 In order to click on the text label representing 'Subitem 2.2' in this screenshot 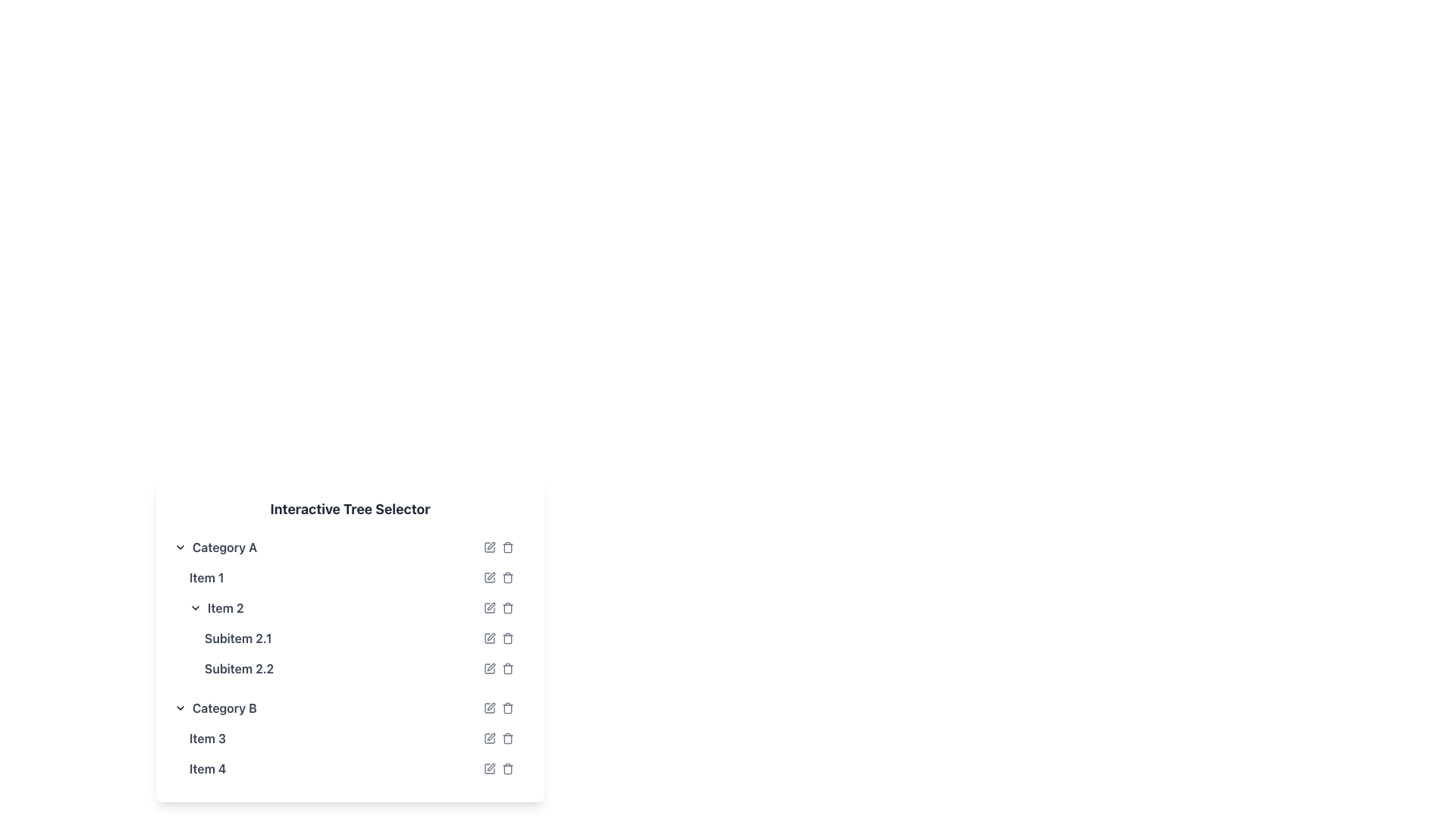, I will do `click(238, 668)`.